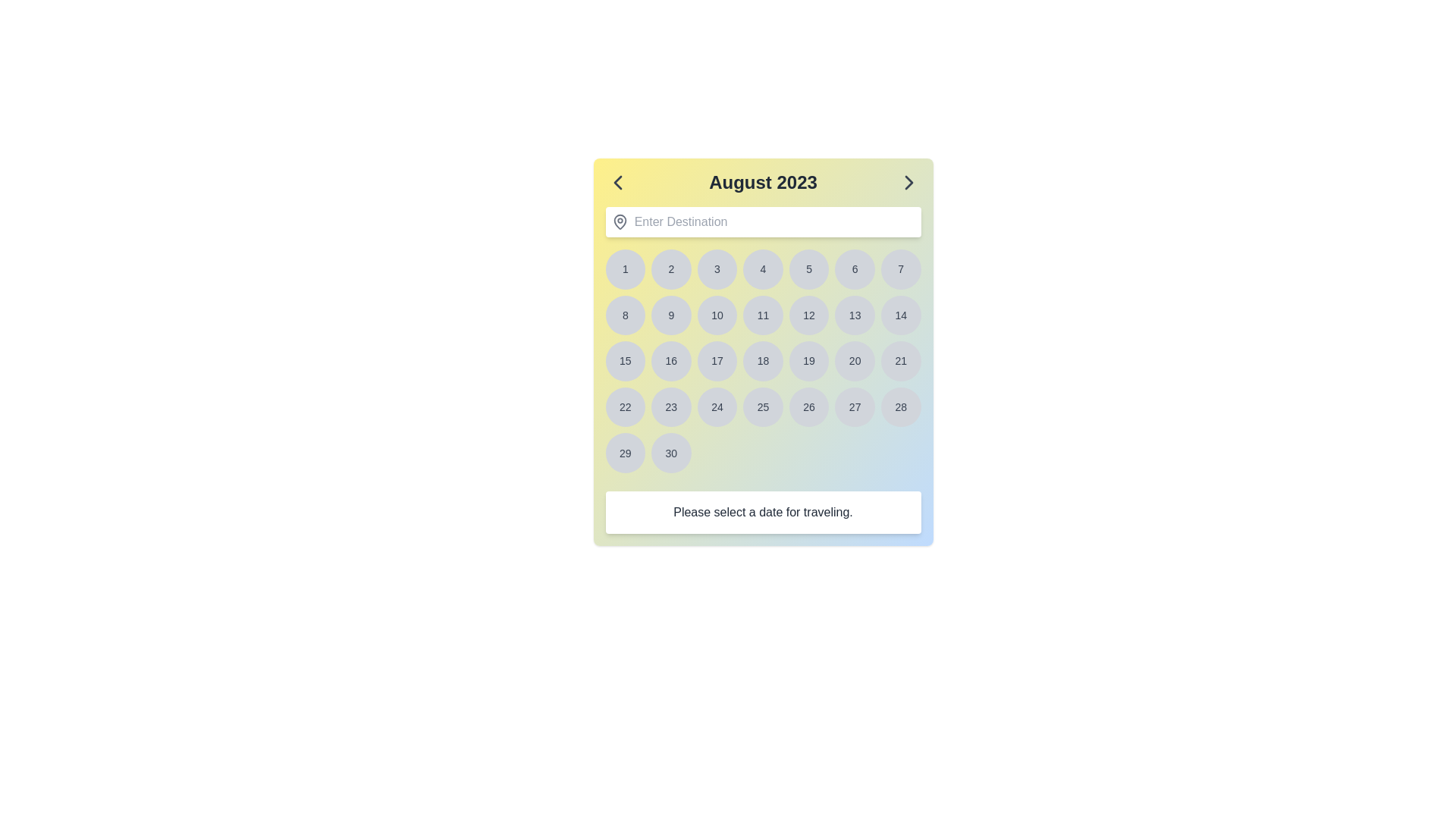 The image size is (1456, 819). What do you see at coordinates (625, 361) in the screenshot?
I see `the circular button representing the calendar date '15' with a light gray background and dark gray text` at bounding box center [625, 361].